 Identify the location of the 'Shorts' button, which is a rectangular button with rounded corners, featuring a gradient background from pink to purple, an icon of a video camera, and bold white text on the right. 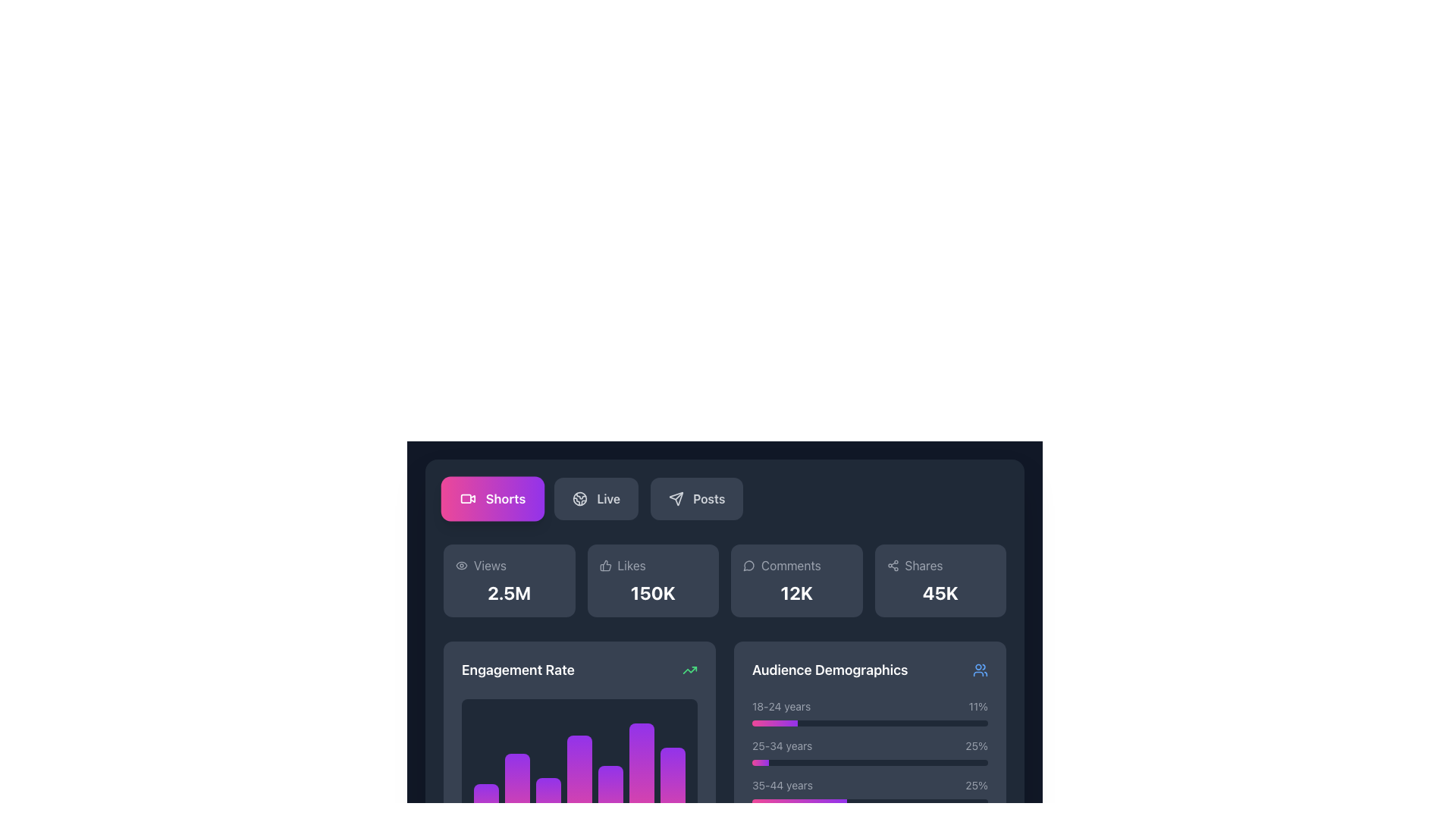
(493, 499).